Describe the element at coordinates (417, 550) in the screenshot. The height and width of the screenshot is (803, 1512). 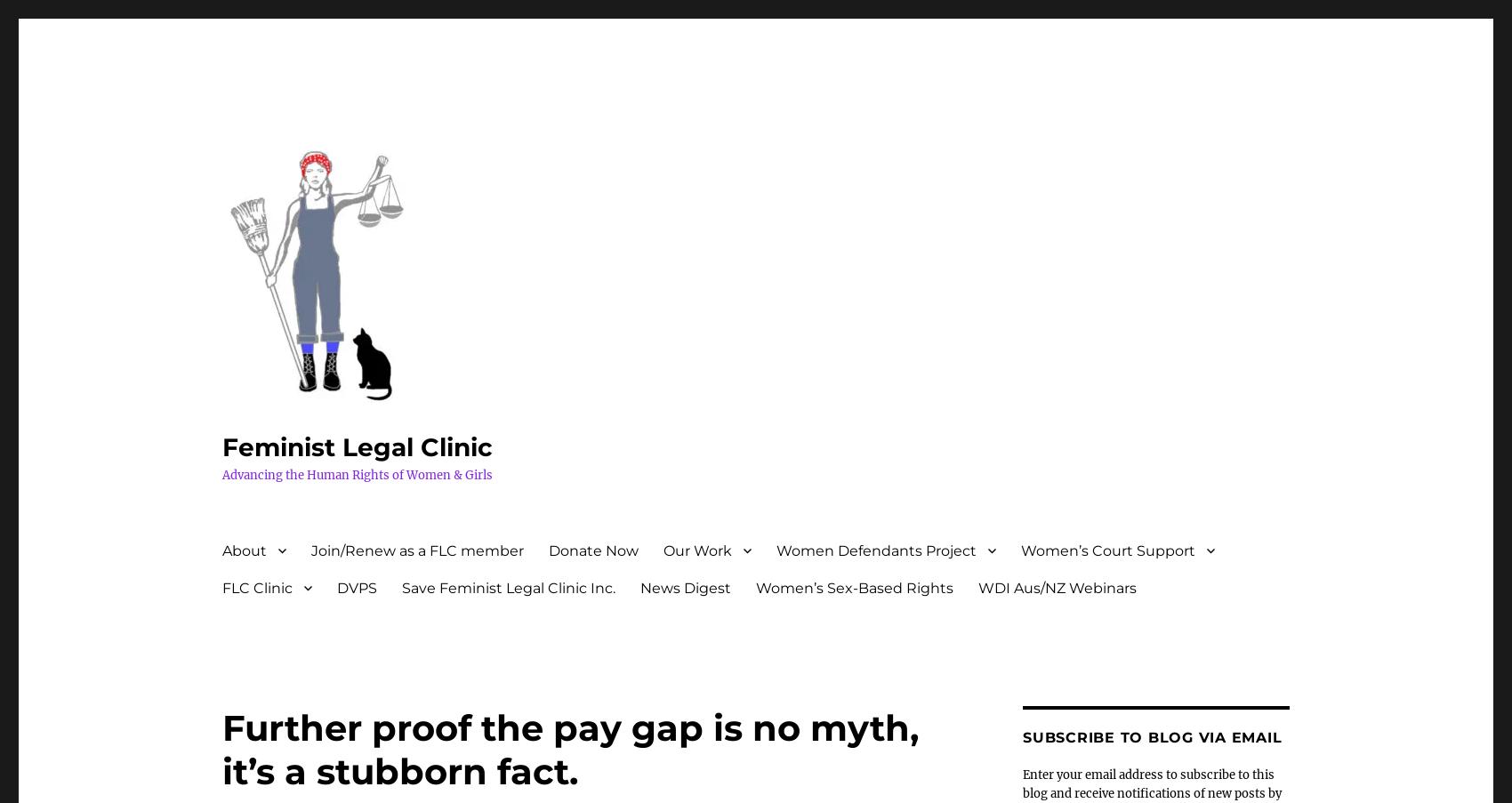
I see `'Join/Renew as a FLC member'` at that location.